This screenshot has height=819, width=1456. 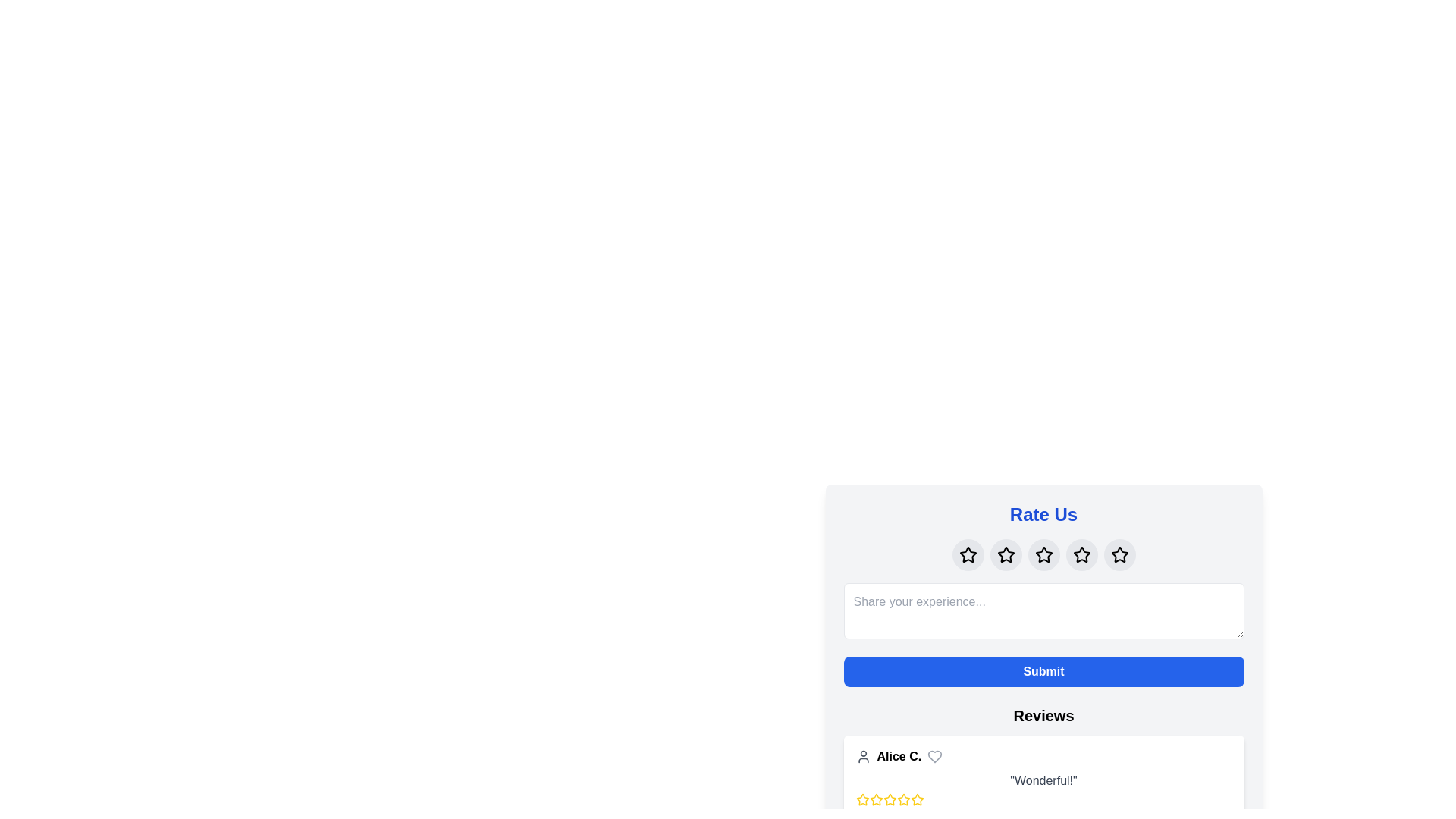 What do you see at coordinates (890, 799) in the screenshot?
I see `the fourth star icon in the rating sequence to modify the user's rating` at bounding box center [890, 799].